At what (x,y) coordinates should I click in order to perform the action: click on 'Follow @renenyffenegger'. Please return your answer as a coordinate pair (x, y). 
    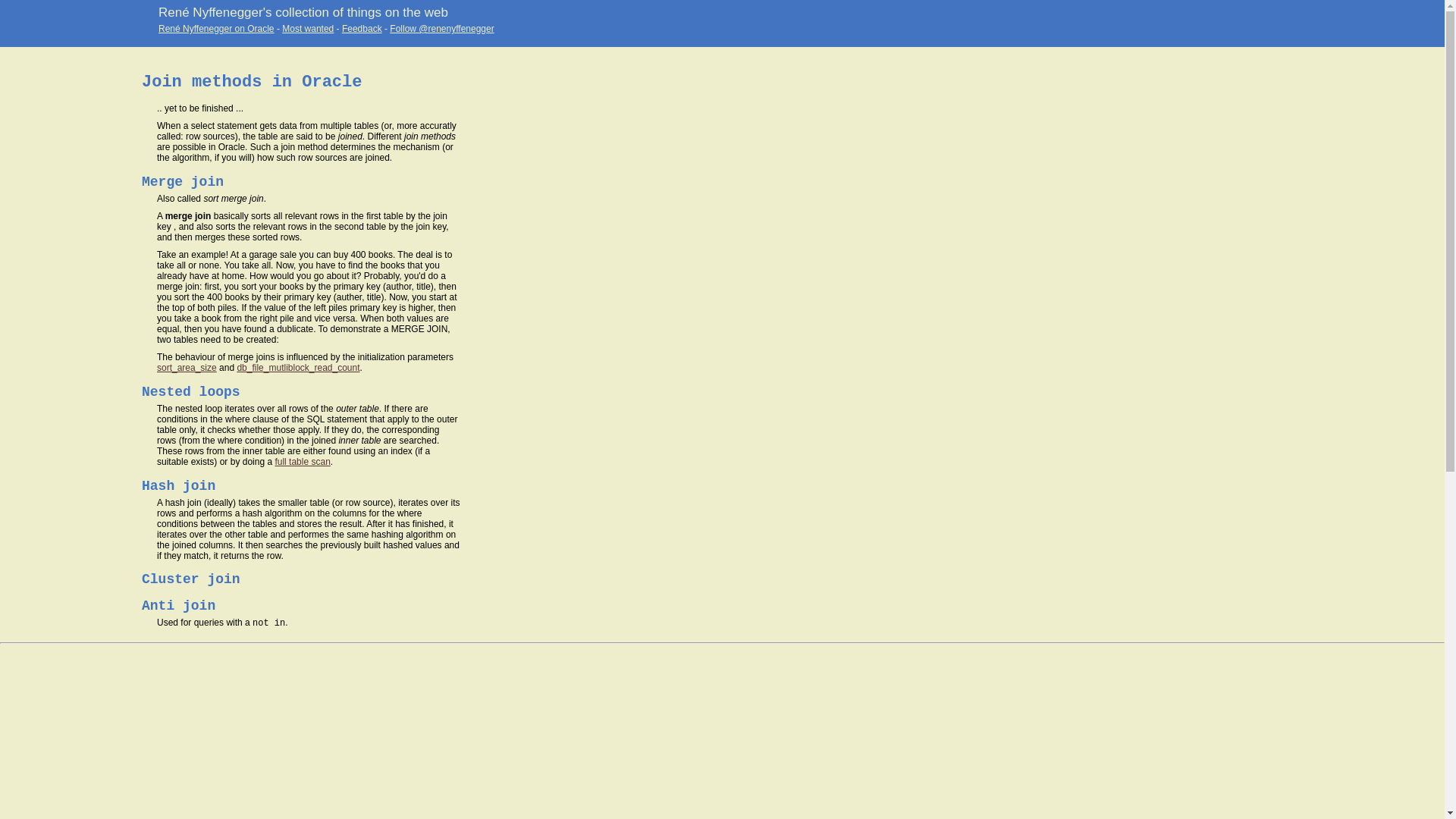
    Looking at the image, I should click on (441, 29).